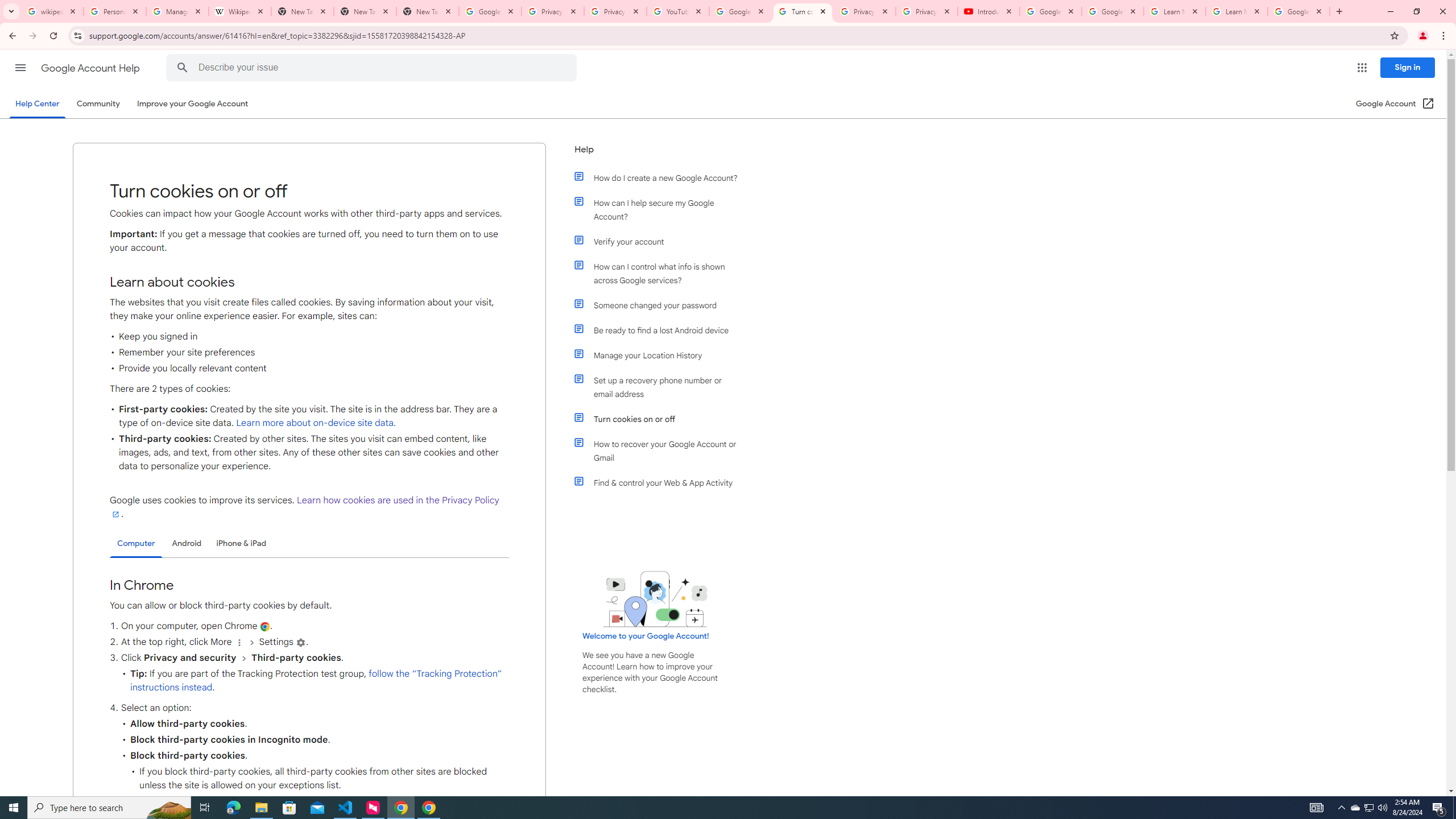 This screenshot has height=819, width=1456. What do you see at coordinates (661, 387) in the screenshot?
I see `'Set up a recovery phone number or email address'` at bounding box center [661, 387].